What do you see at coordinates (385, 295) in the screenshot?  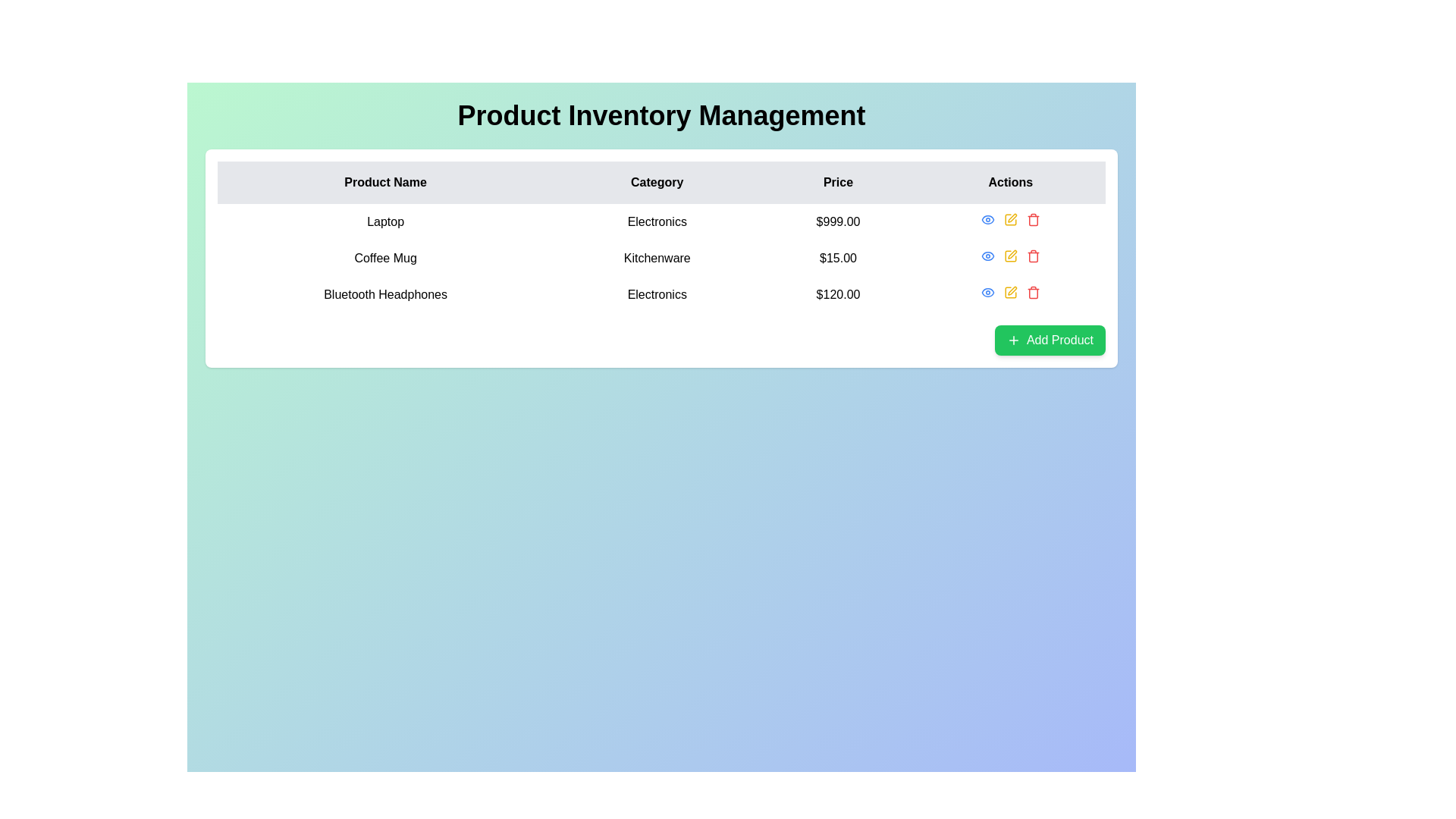 I see `the Text label displaying the product name located in the third row of the table under the 'Product Name' column` at bounding box center [385, 295].